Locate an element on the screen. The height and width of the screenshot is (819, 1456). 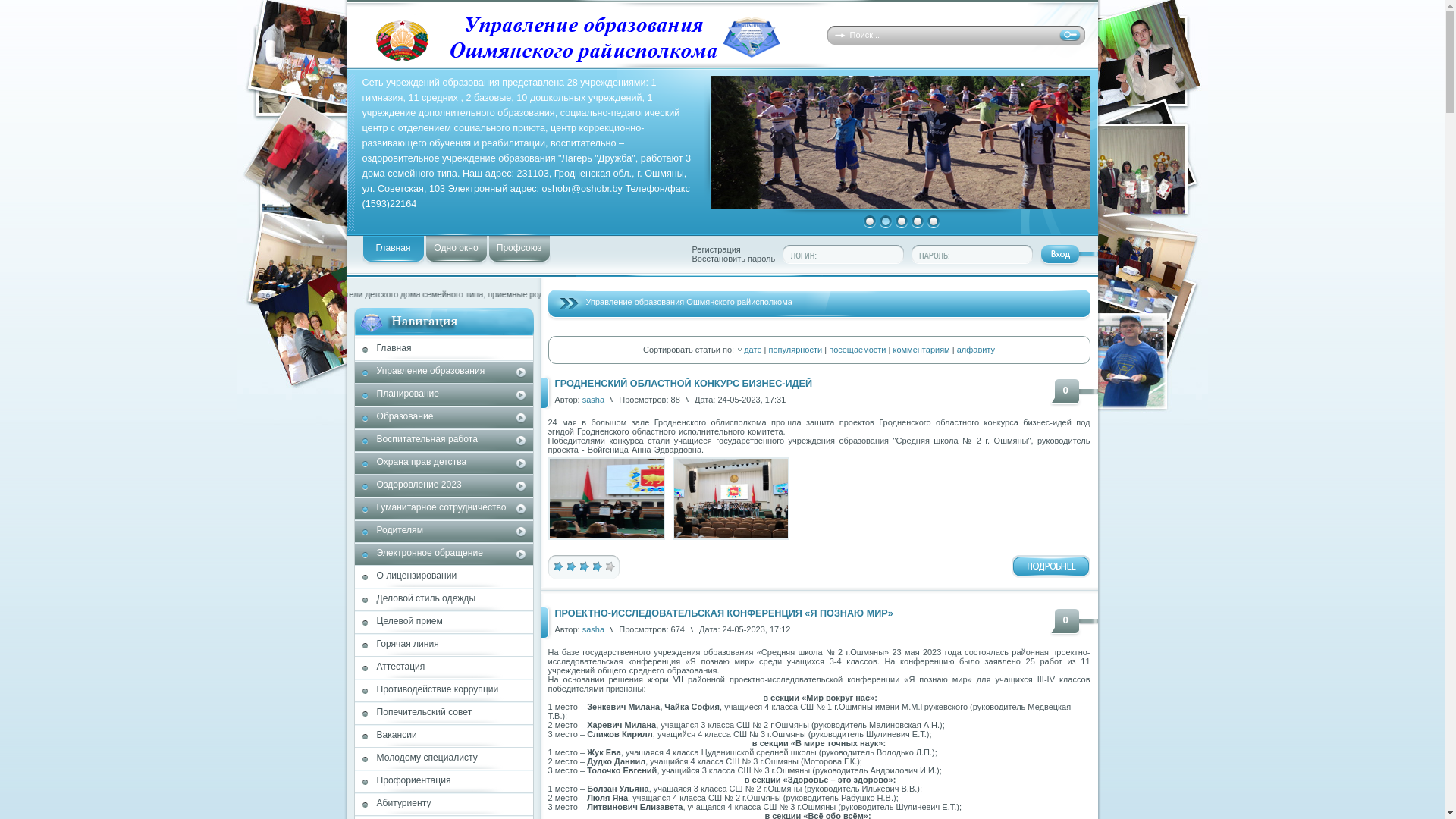
'5' is located at coordinates (932, 221).